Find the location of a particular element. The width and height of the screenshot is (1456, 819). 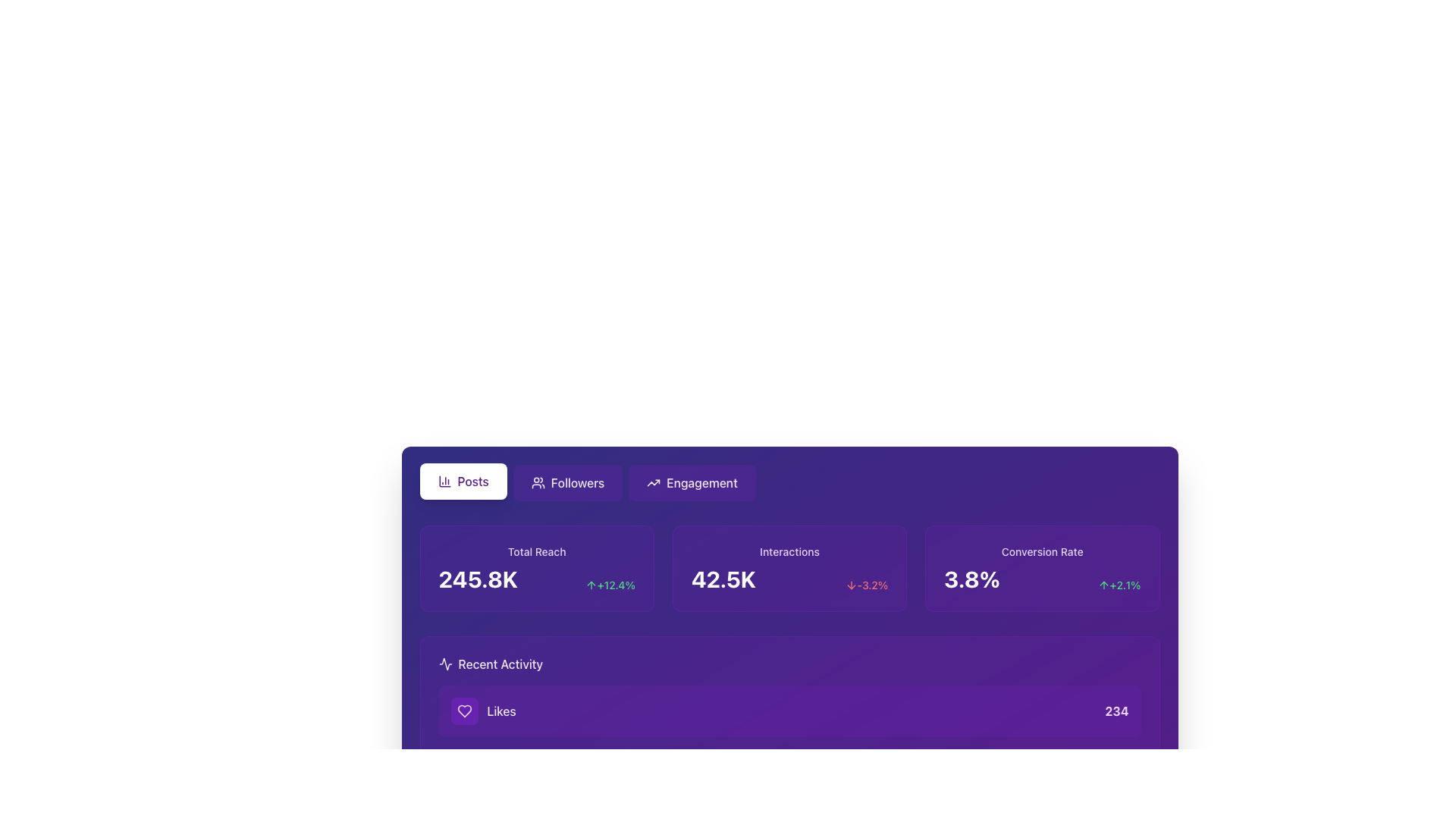

the Text label displaying the total reach of a social media campaign, located inside the purple card labeled 'Total Reach' in the top-left corner of the interface is located at coordinates (477, 579).